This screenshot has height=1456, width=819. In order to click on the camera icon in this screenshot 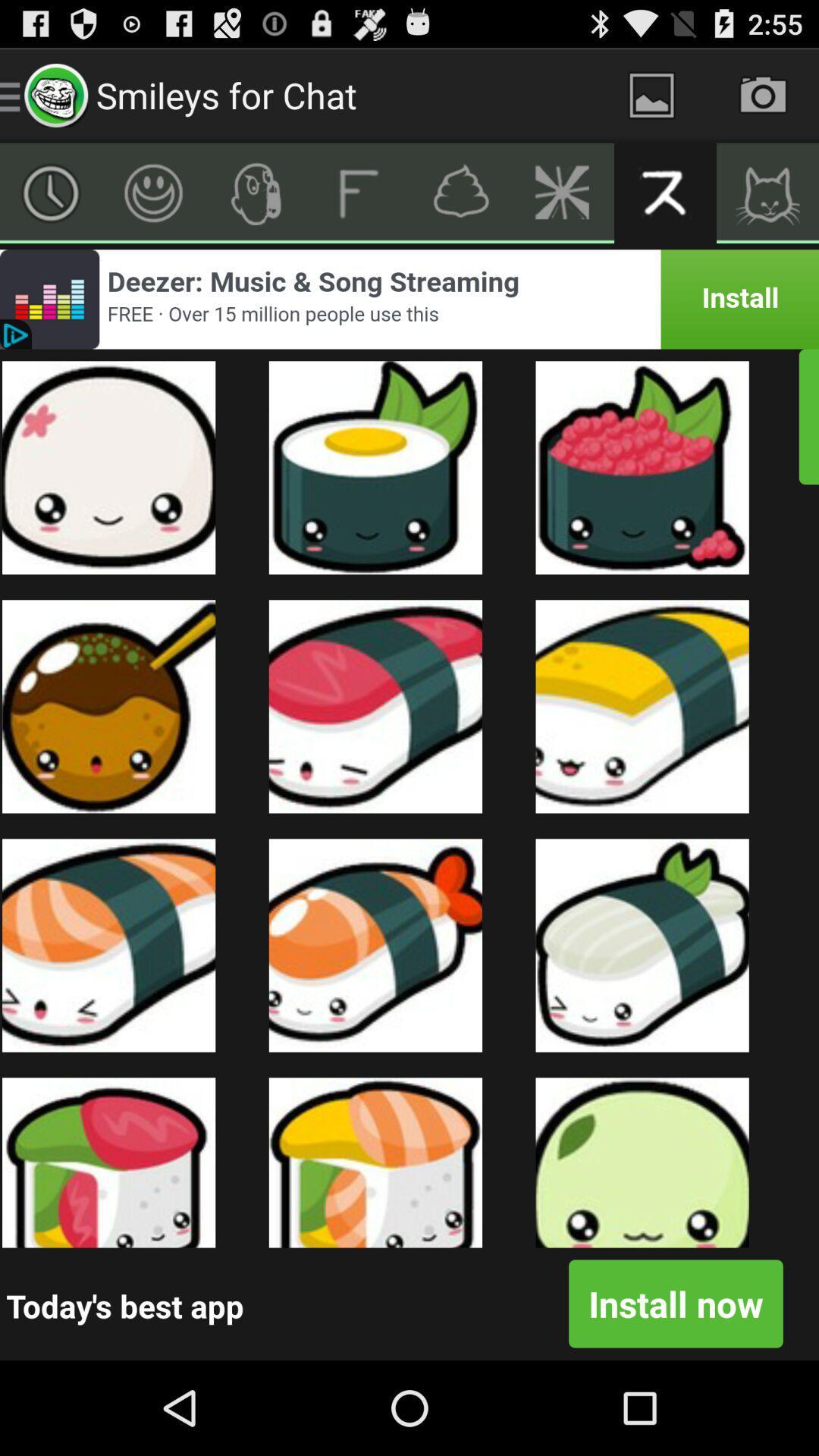, I will do `click(763, 94)`.